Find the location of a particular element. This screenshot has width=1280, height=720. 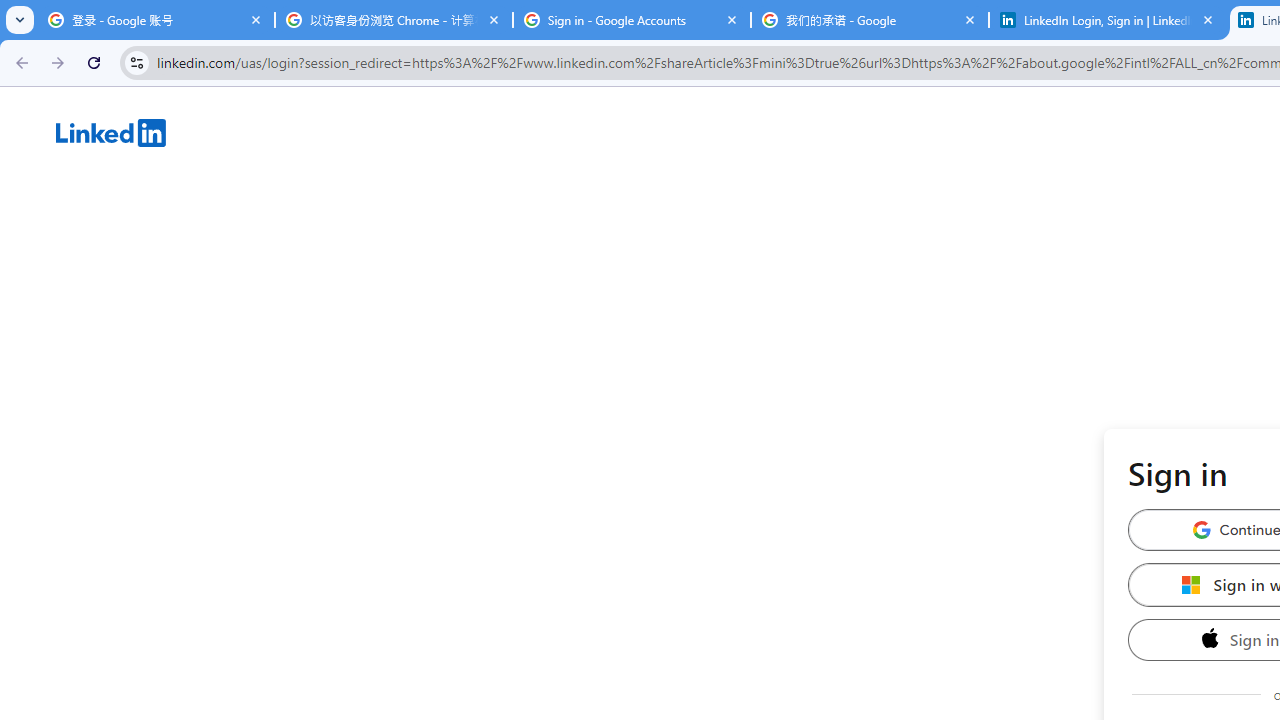

'Sign in - Google Accounts' is located at coordinates (631, 20).